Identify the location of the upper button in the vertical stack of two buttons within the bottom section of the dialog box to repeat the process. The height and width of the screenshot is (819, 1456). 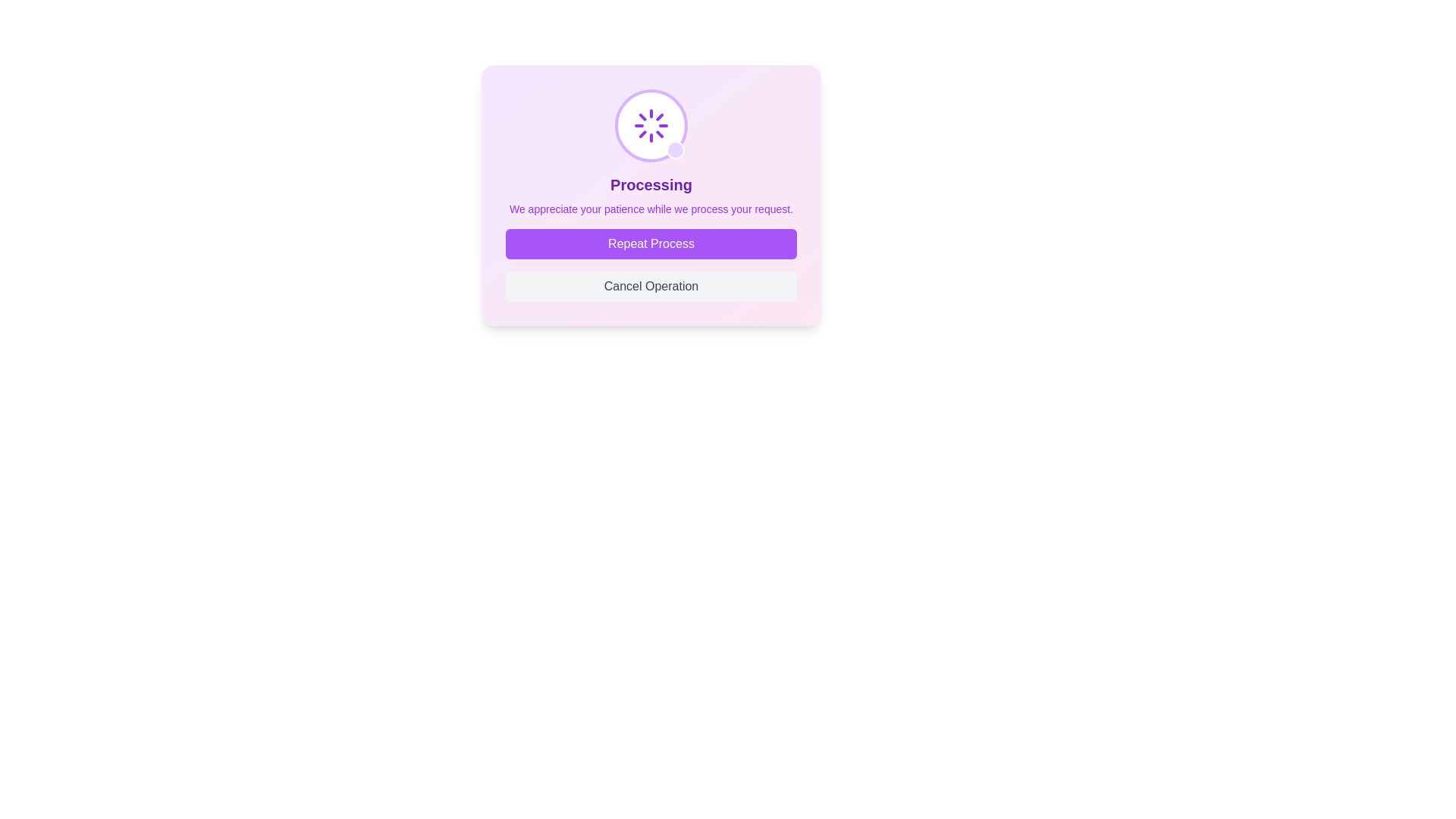
(651, 243).